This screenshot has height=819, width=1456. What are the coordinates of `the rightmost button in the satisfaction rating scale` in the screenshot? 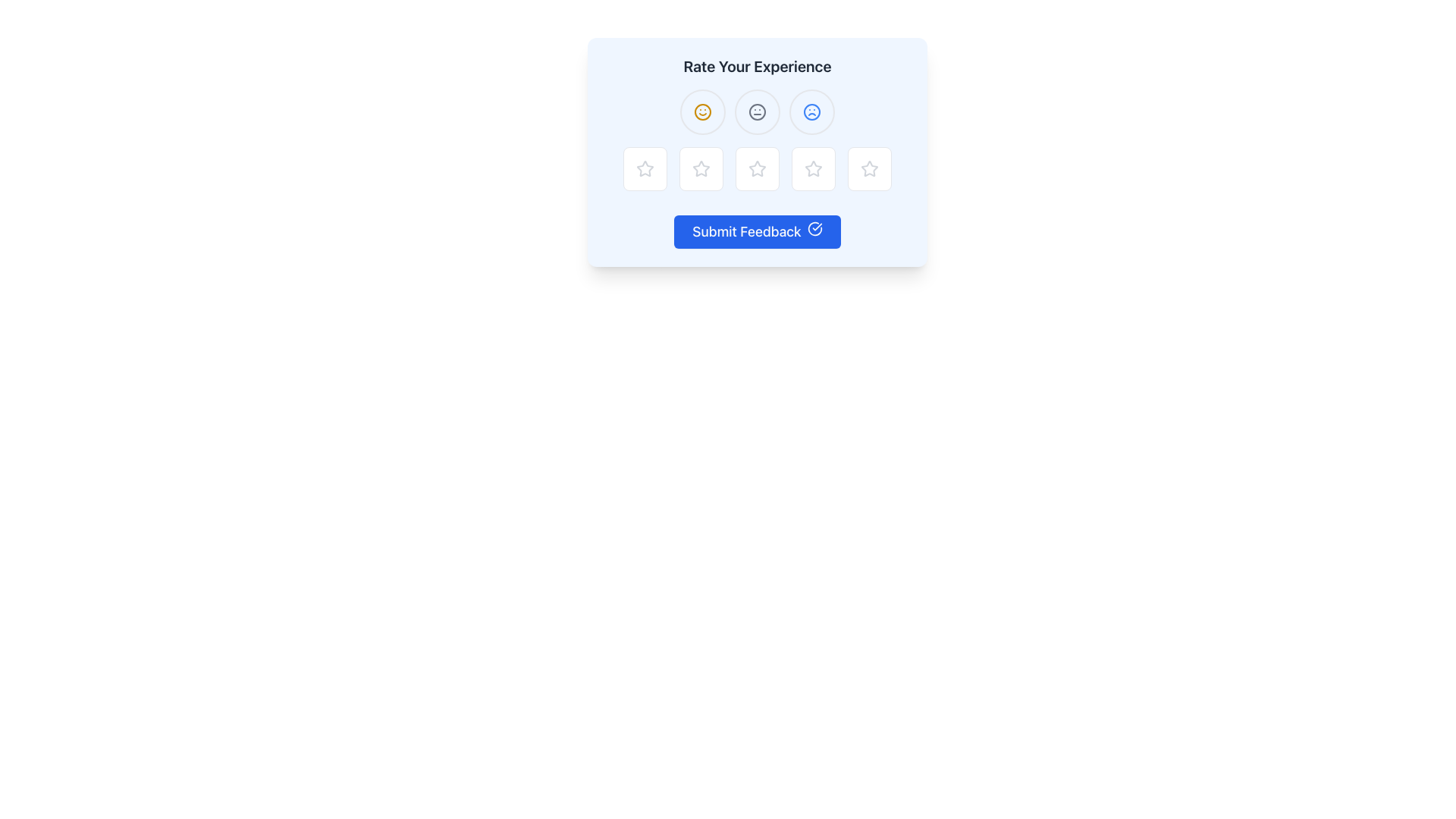 It's located at (811, 111).